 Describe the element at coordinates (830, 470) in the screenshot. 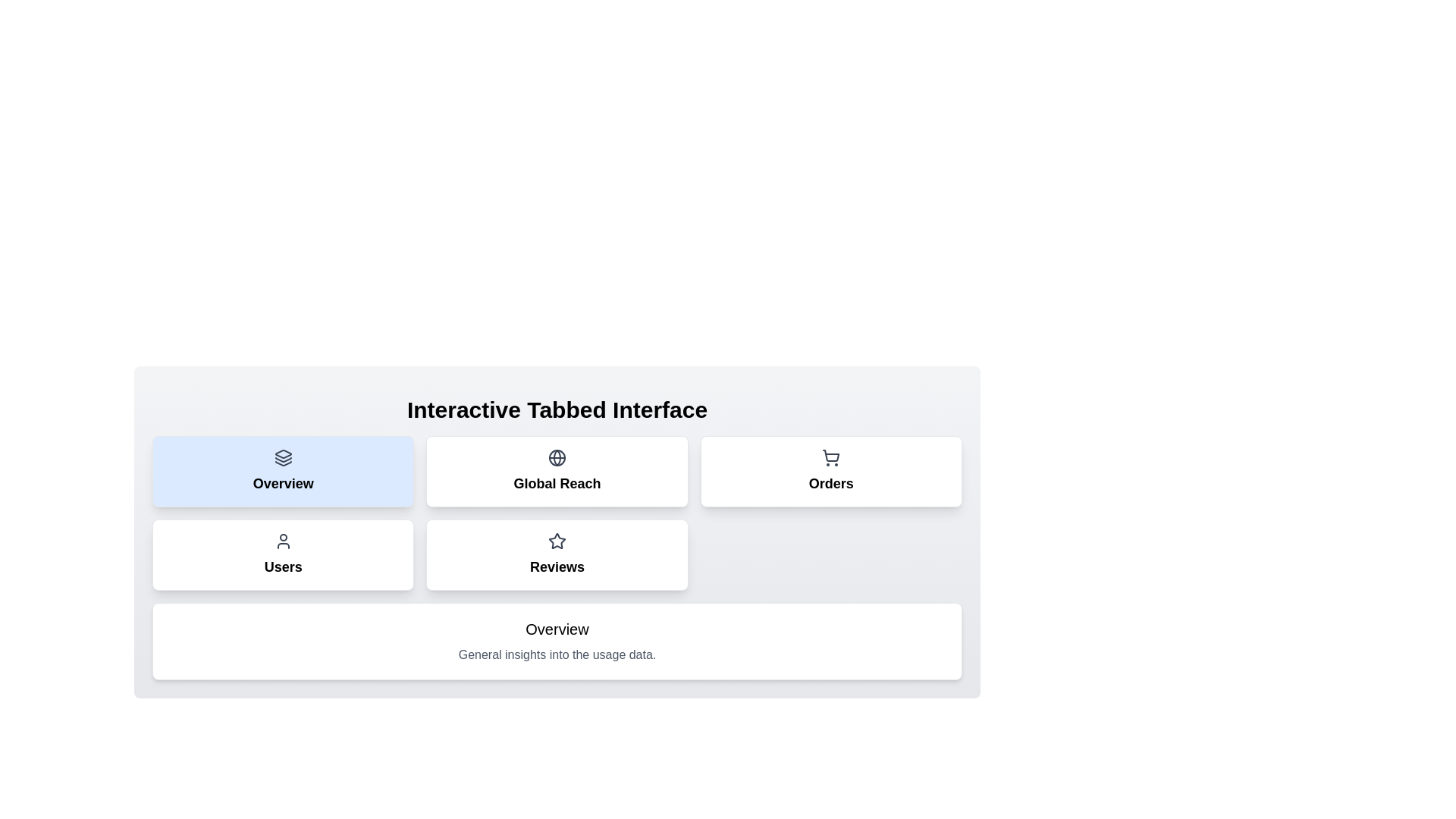

I see `the 'Orders' button to activate the Orders tab` at that location.